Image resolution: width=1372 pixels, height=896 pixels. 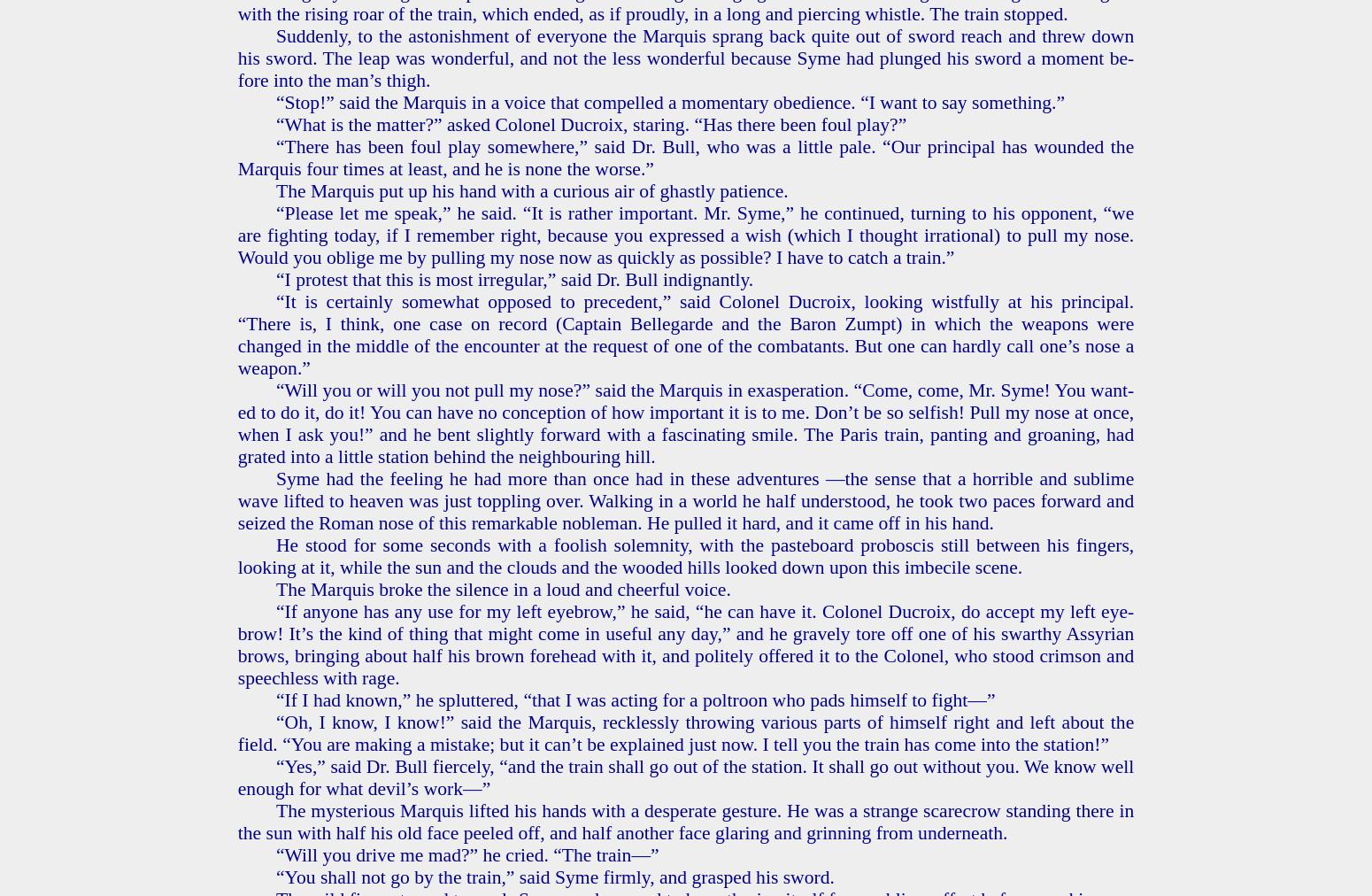 I want to click on '“I protest that this is most ir­reg­u­lar,” said Dr. Bull in­dig­nant­ly.', so click(x=274, y=278).